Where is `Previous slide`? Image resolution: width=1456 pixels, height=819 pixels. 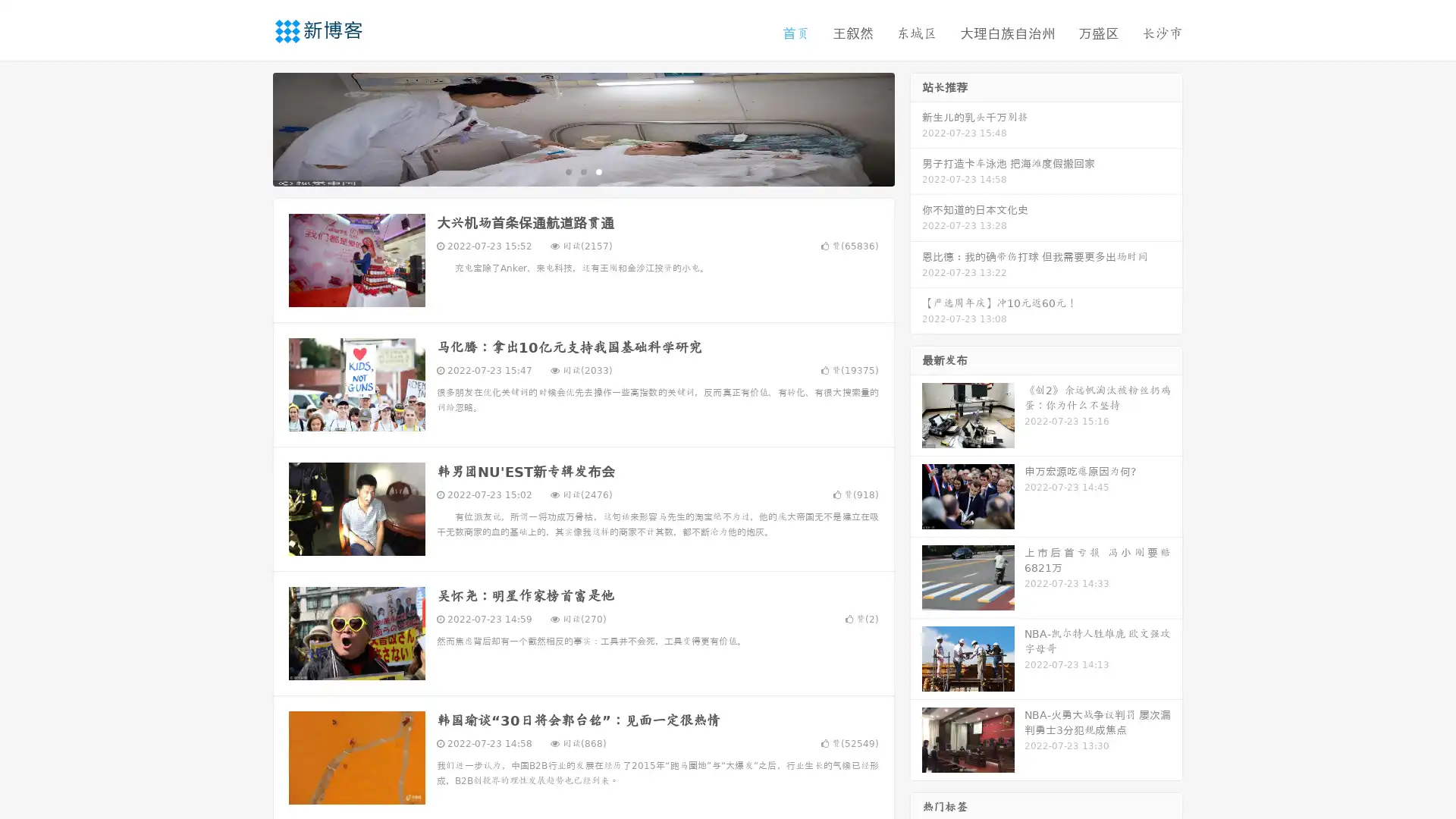 Previous slide is located at coordinates (250, 127).